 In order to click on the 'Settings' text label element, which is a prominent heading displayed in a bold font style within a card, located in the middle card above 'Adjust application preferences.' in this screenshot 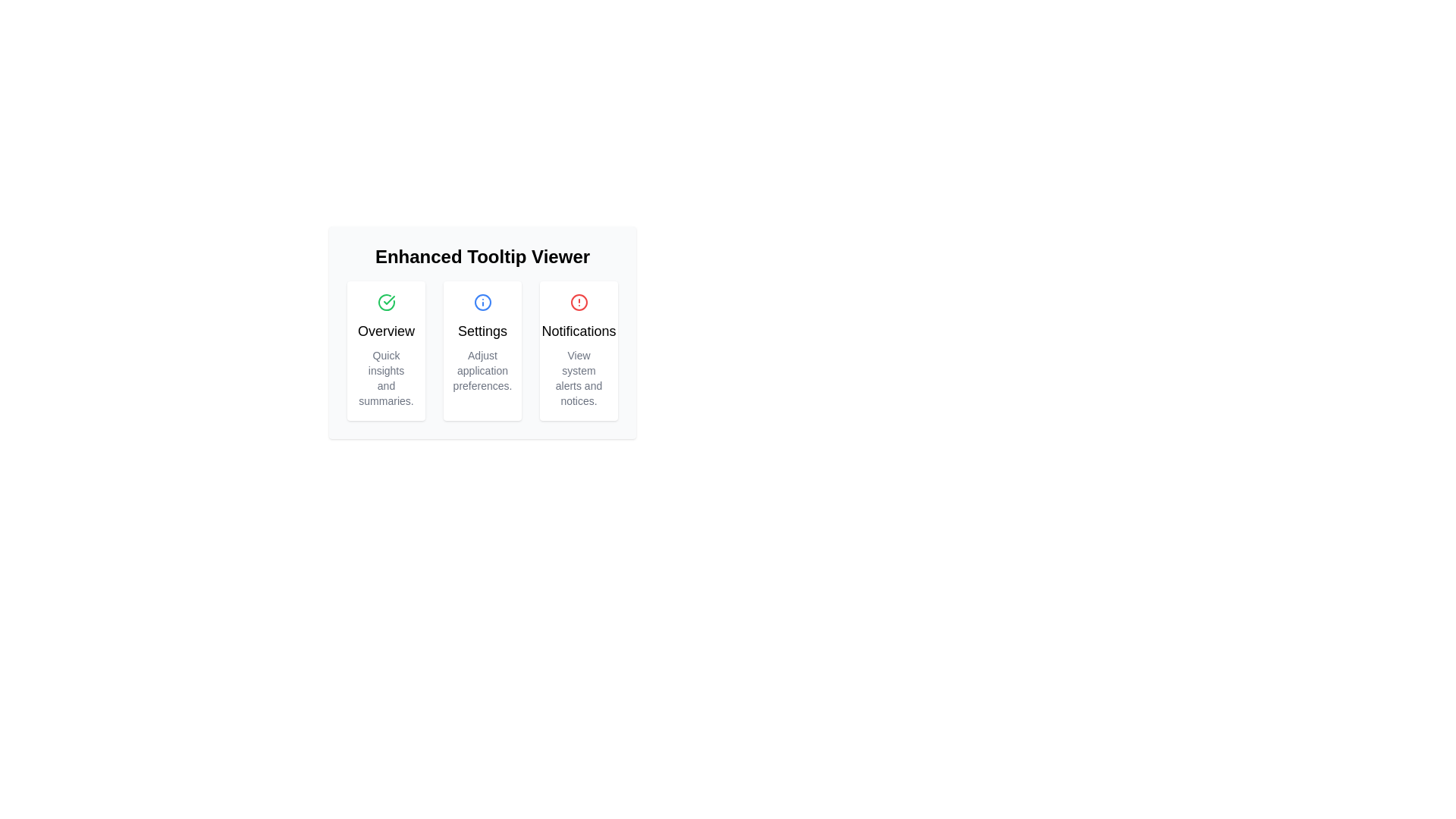, I will do `click(482, 330)`.